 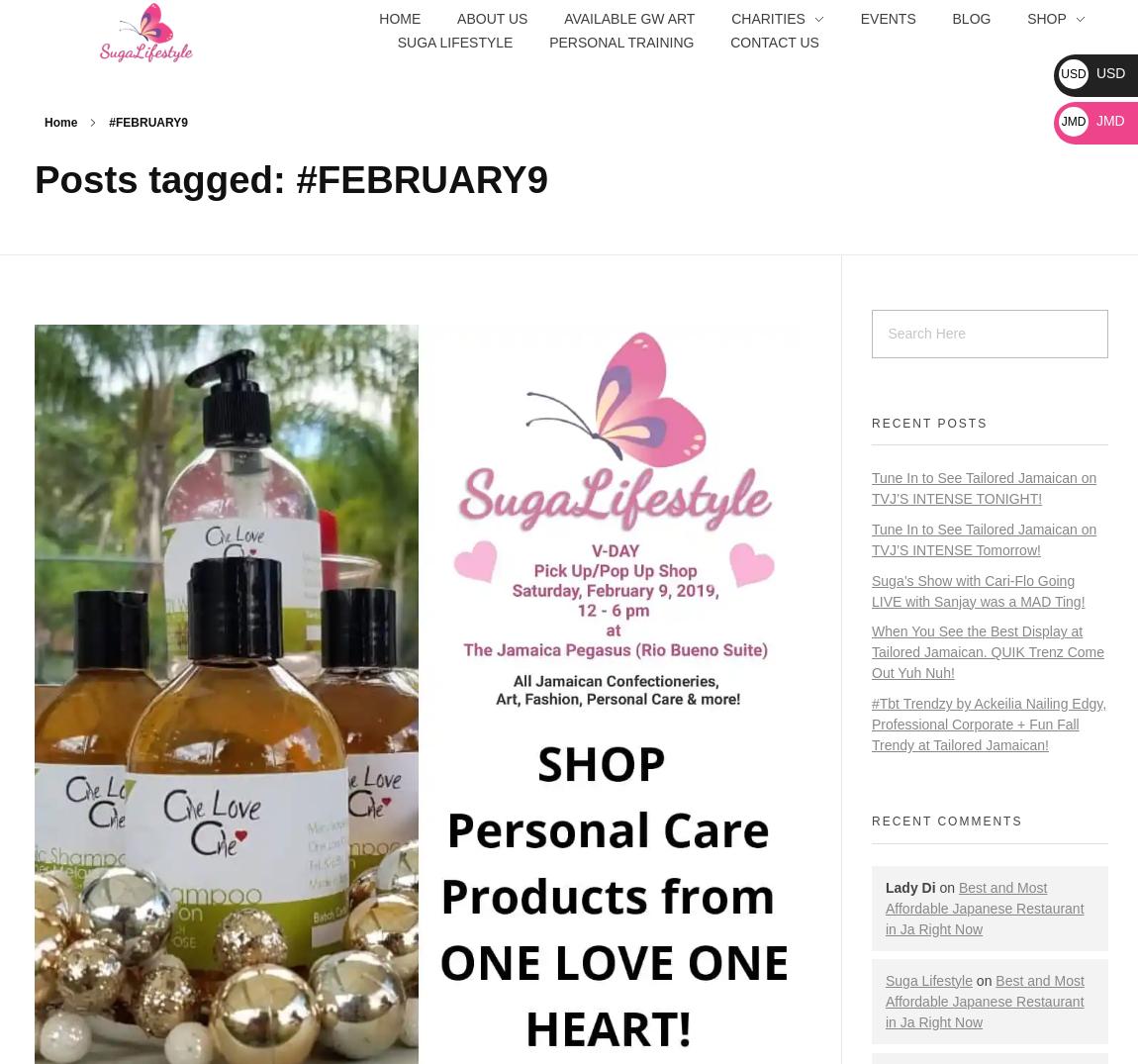 What do you see at coordinates (620, 41) in the screenshot?
I see `'Personal Training'` at bounding box center [620, 41].